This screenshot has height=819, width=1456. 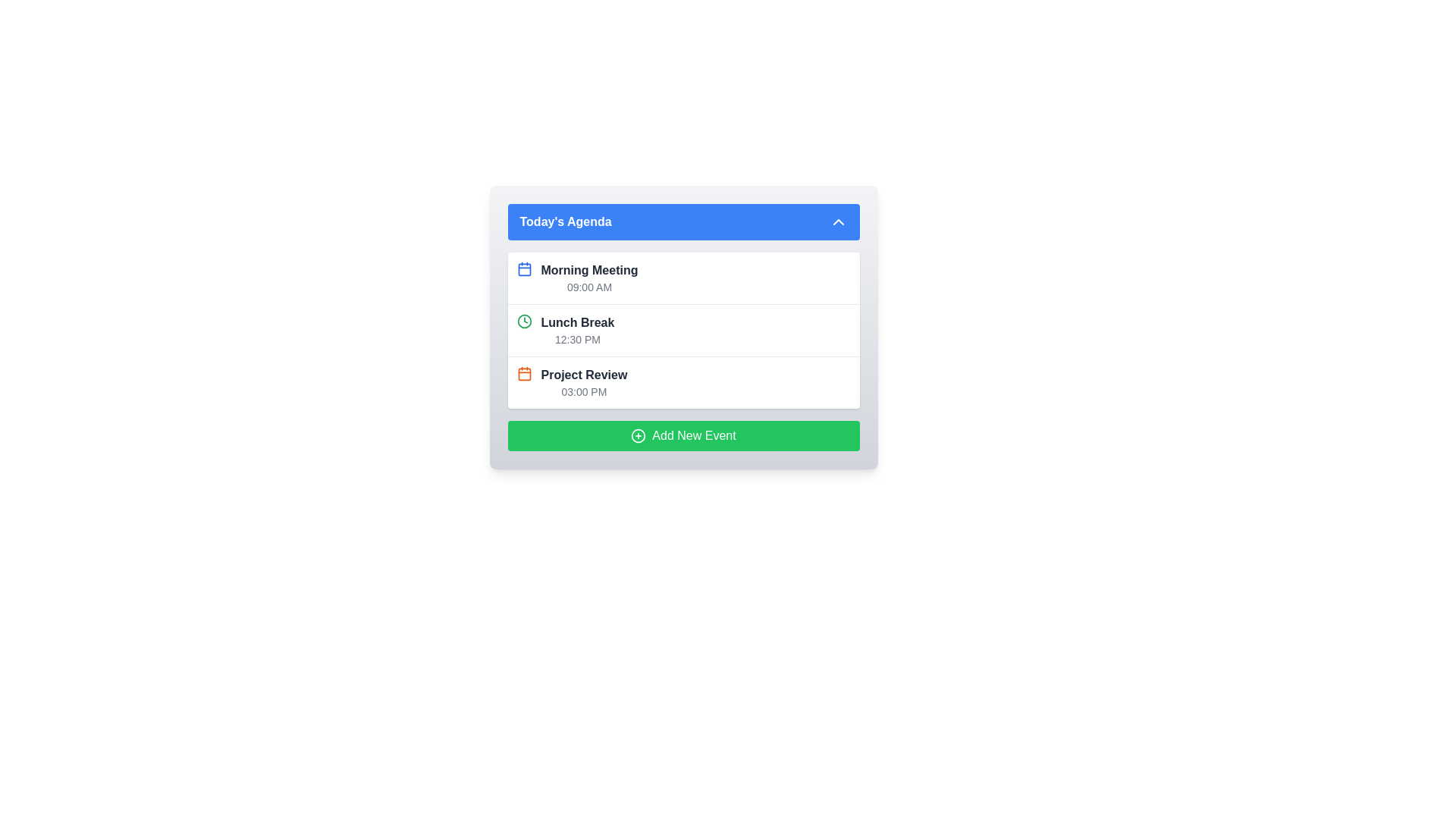 What do you see at coordinates (682, 381) in the screenshot?
I see `the third list item representing a scheduled agenda item` at bounding box center [682, 381].